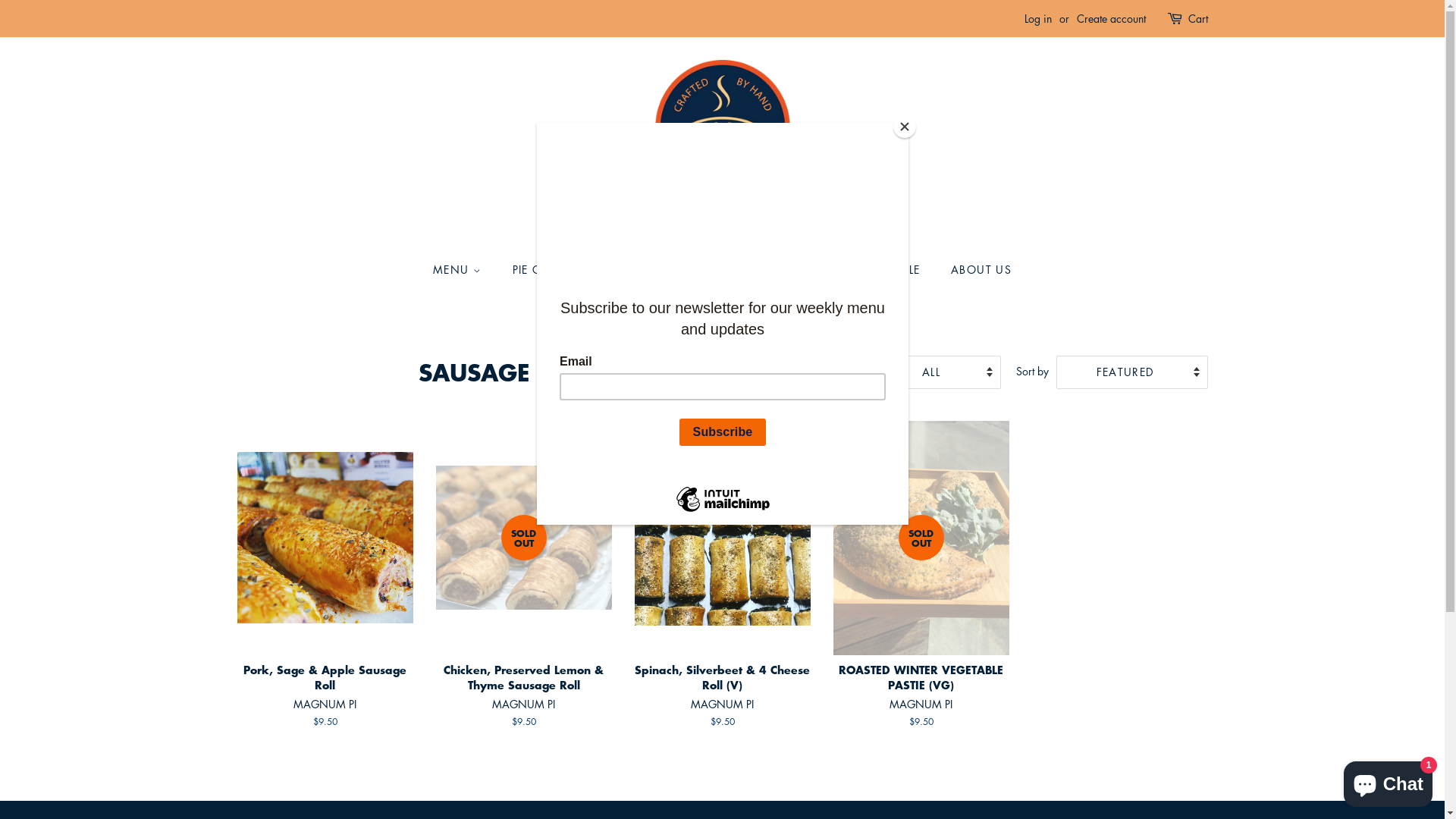 This screenshot has width=1456, height=819. Describe the element at coordinates (1388, 780) in the screenshot. I see `'Shopify online store chat'` at that location.